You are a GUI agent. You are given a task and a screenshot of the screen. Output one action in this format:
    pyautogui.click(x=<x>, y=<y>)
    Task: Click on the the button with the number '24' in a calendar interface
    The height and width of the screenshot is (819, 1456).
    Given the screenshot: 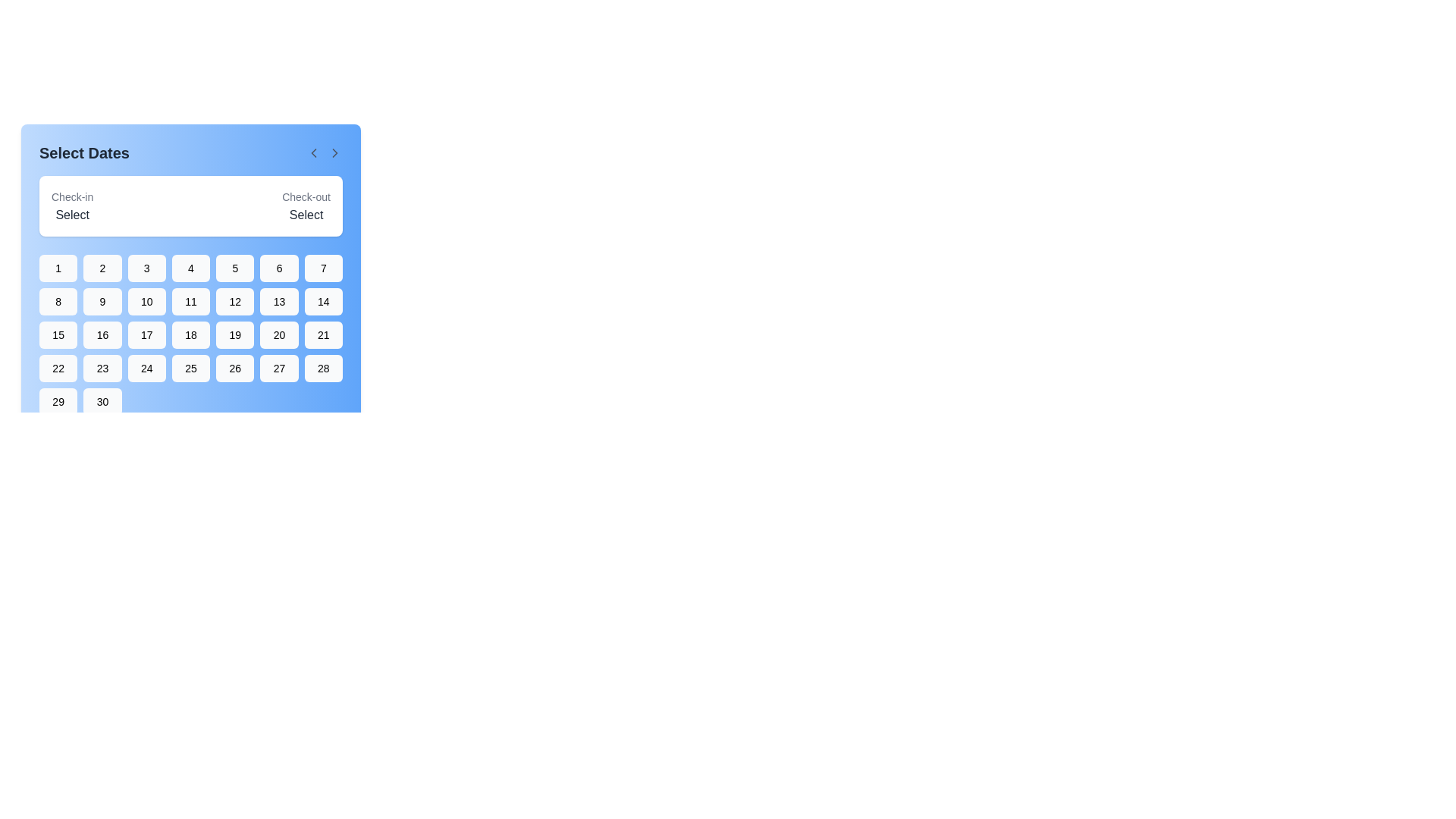 What is the action you would take?
    pyautogui.click(x=146, y=369)
    